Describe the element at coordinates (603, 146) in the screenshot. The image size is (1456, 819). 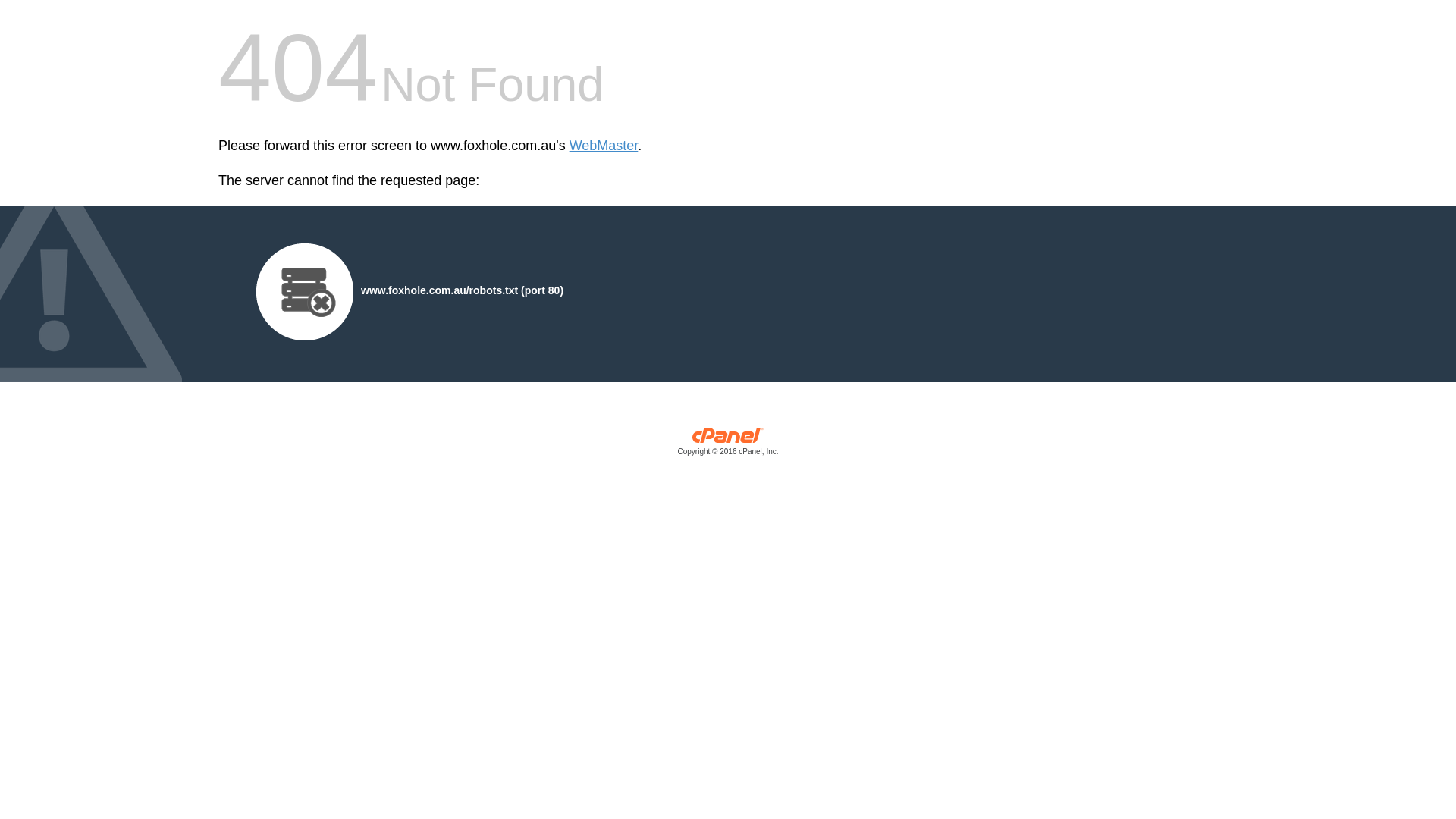
I see `'WebMaster'` at that location.